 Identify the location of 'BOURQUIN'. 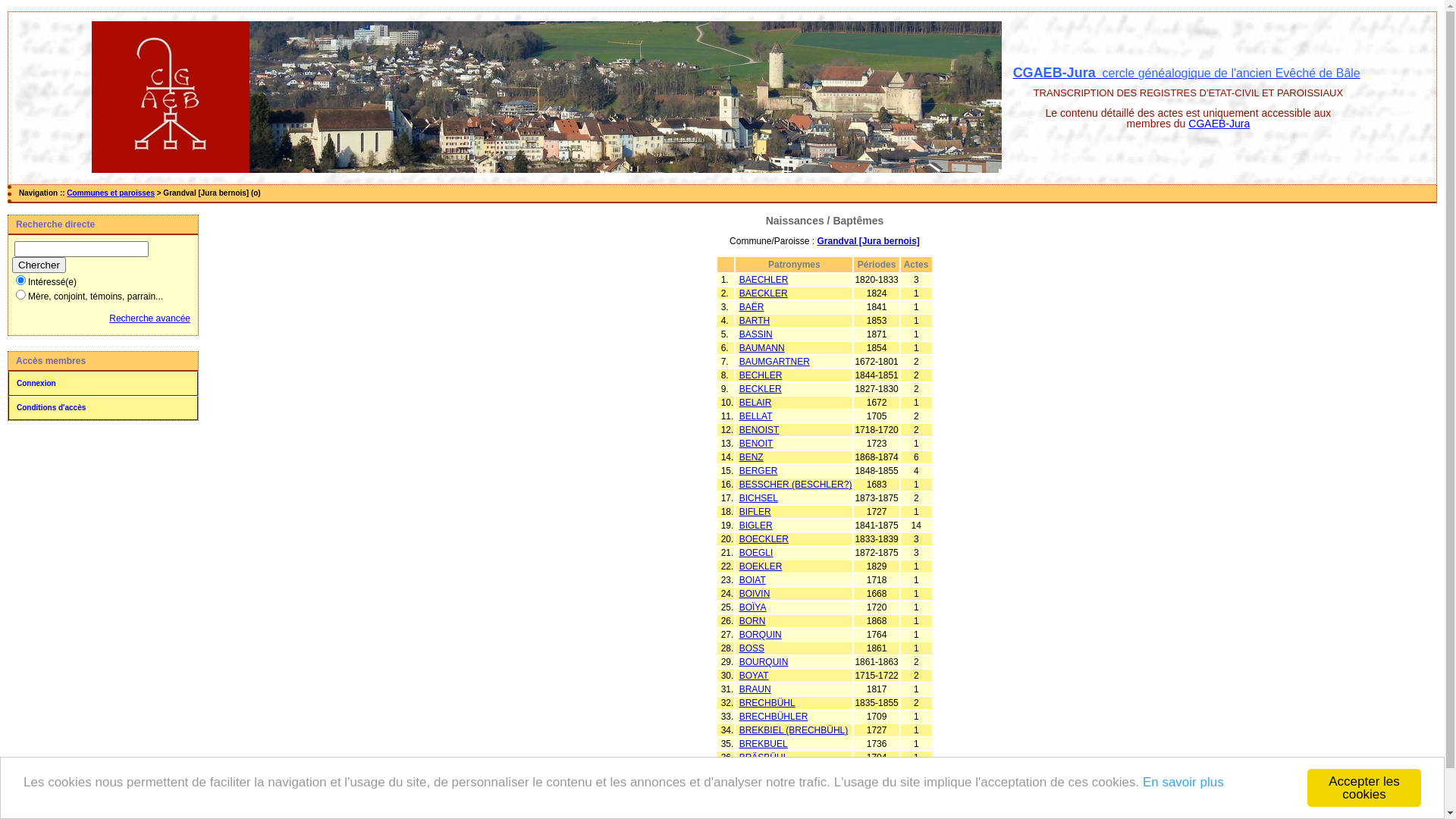
(764, 661).